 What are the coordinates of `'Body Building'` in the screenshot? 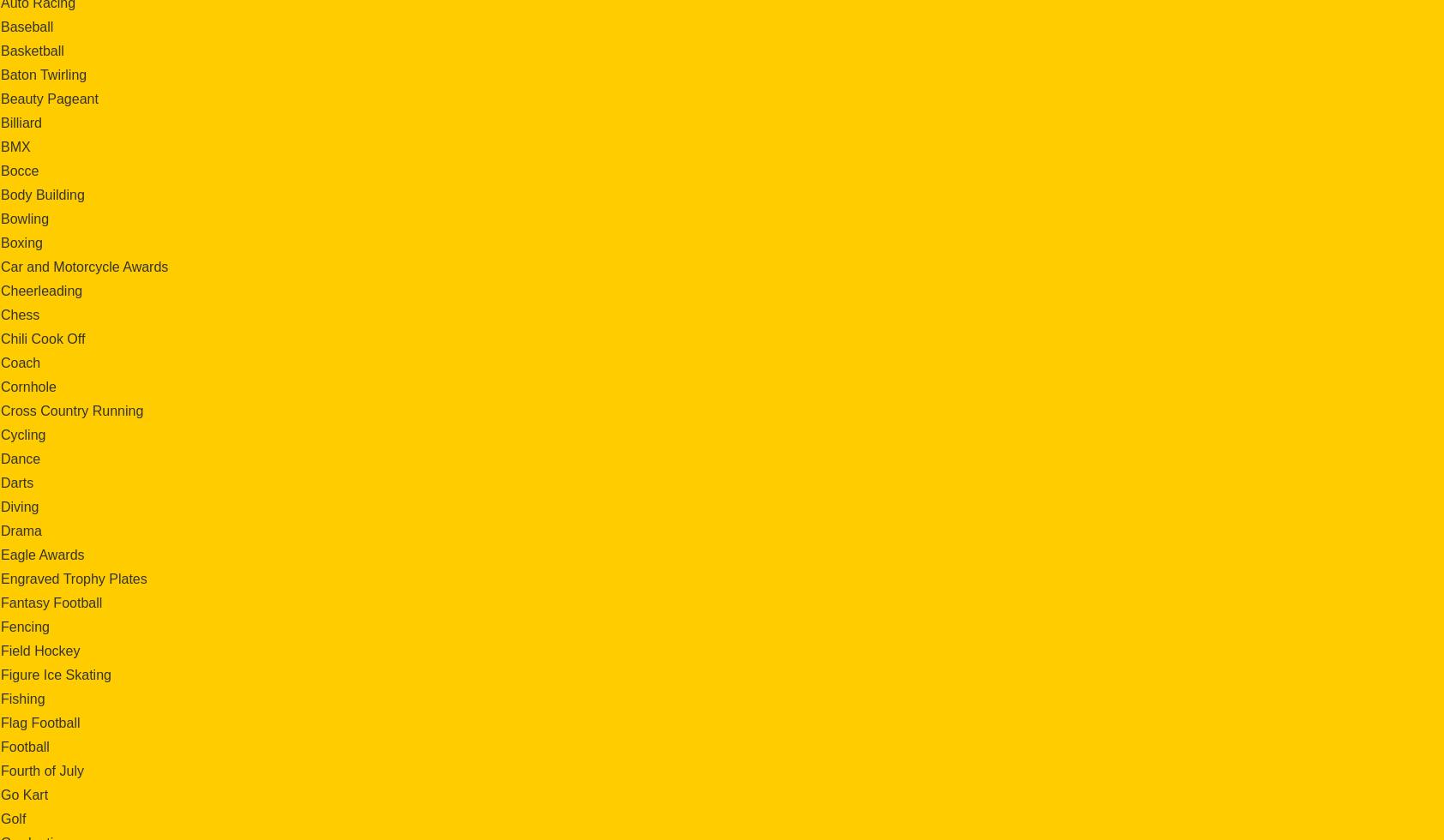 It's located at (41, 194).